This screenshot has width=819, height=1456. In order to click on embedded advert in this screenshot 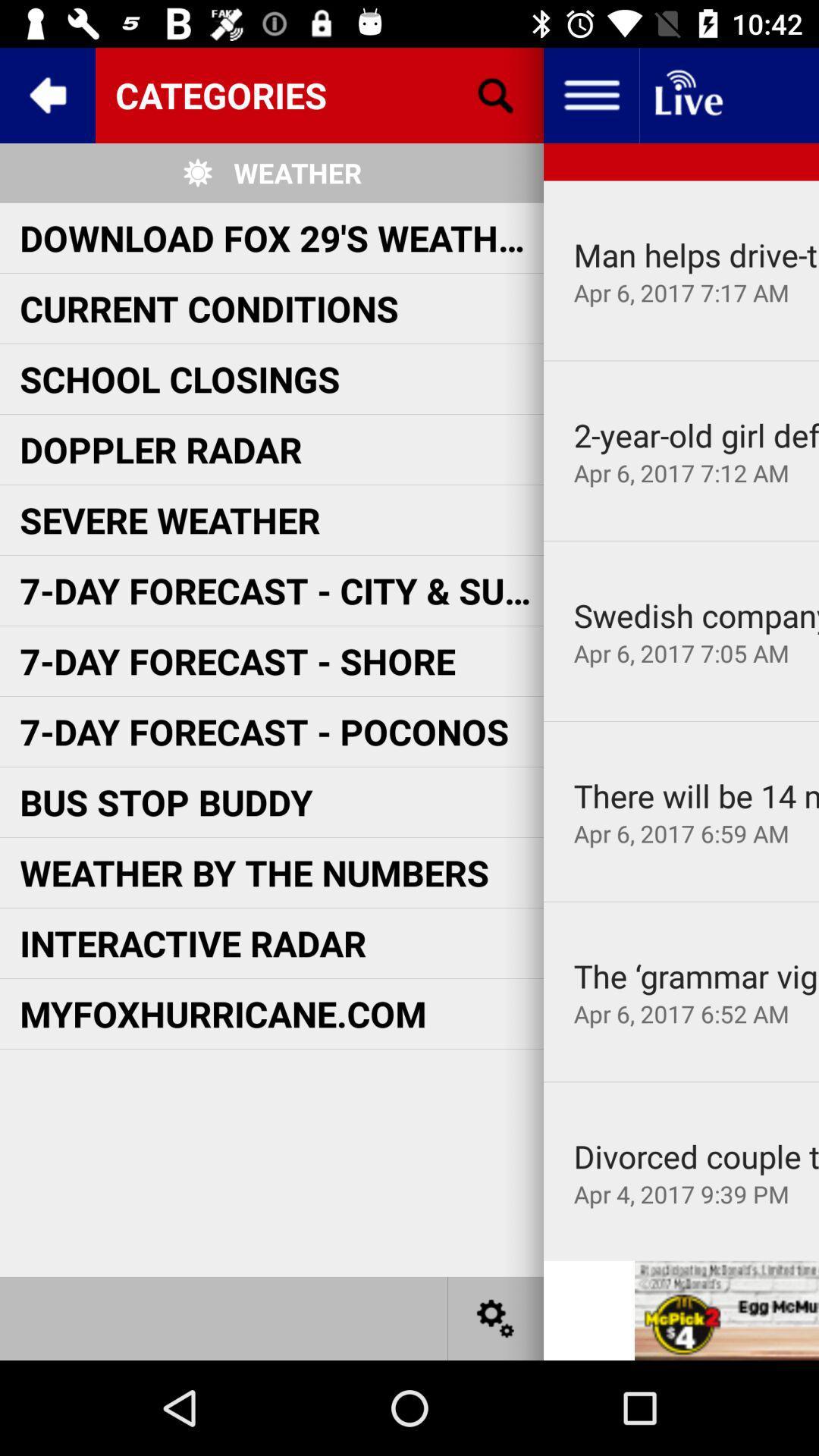, I will do `click(726, 1310)`.